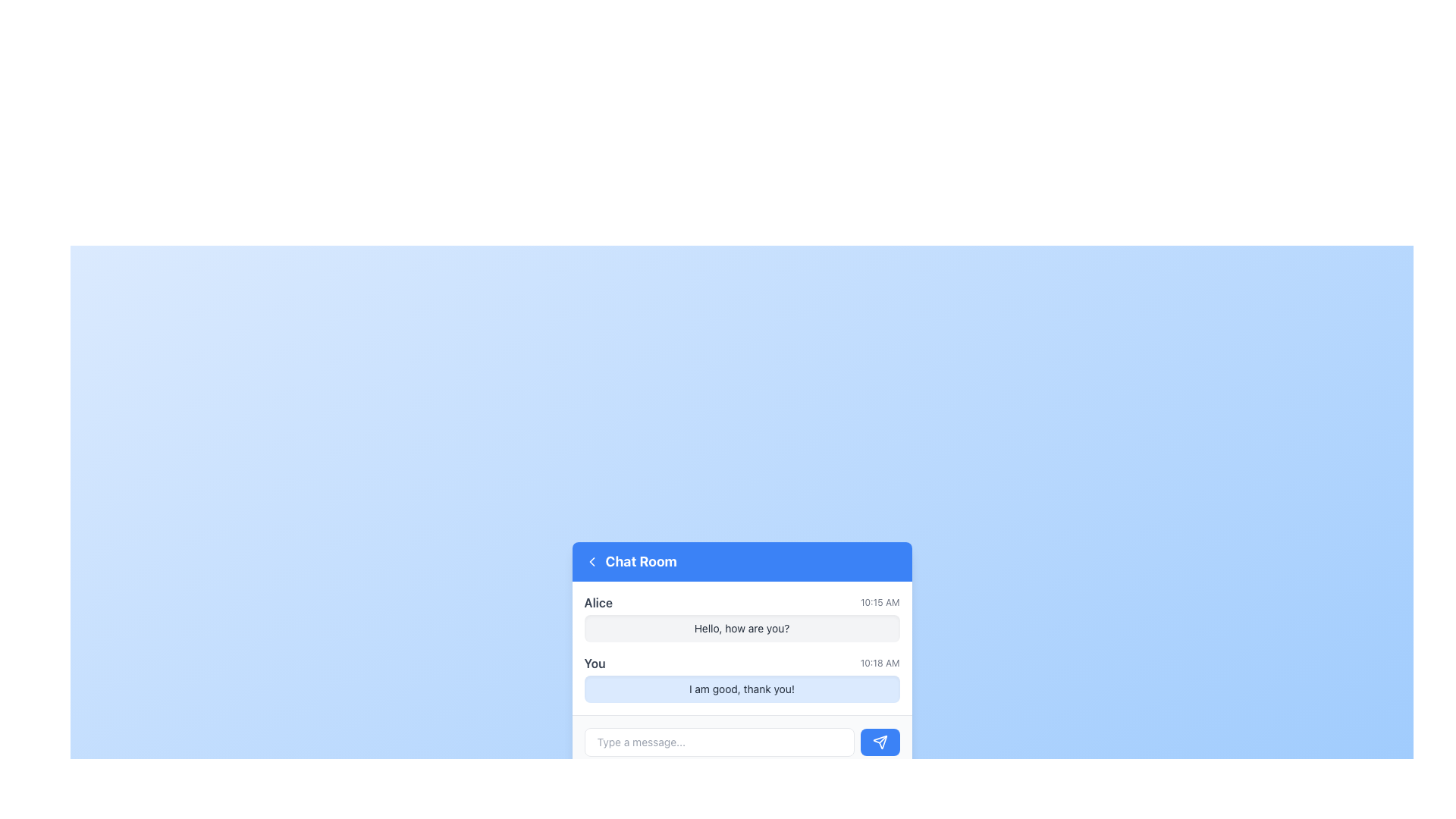  Describe the element at coordinates (880, 601) in the screenshot. I see `the time label indicating when Alice sent her message in the chat room interface` at that location.